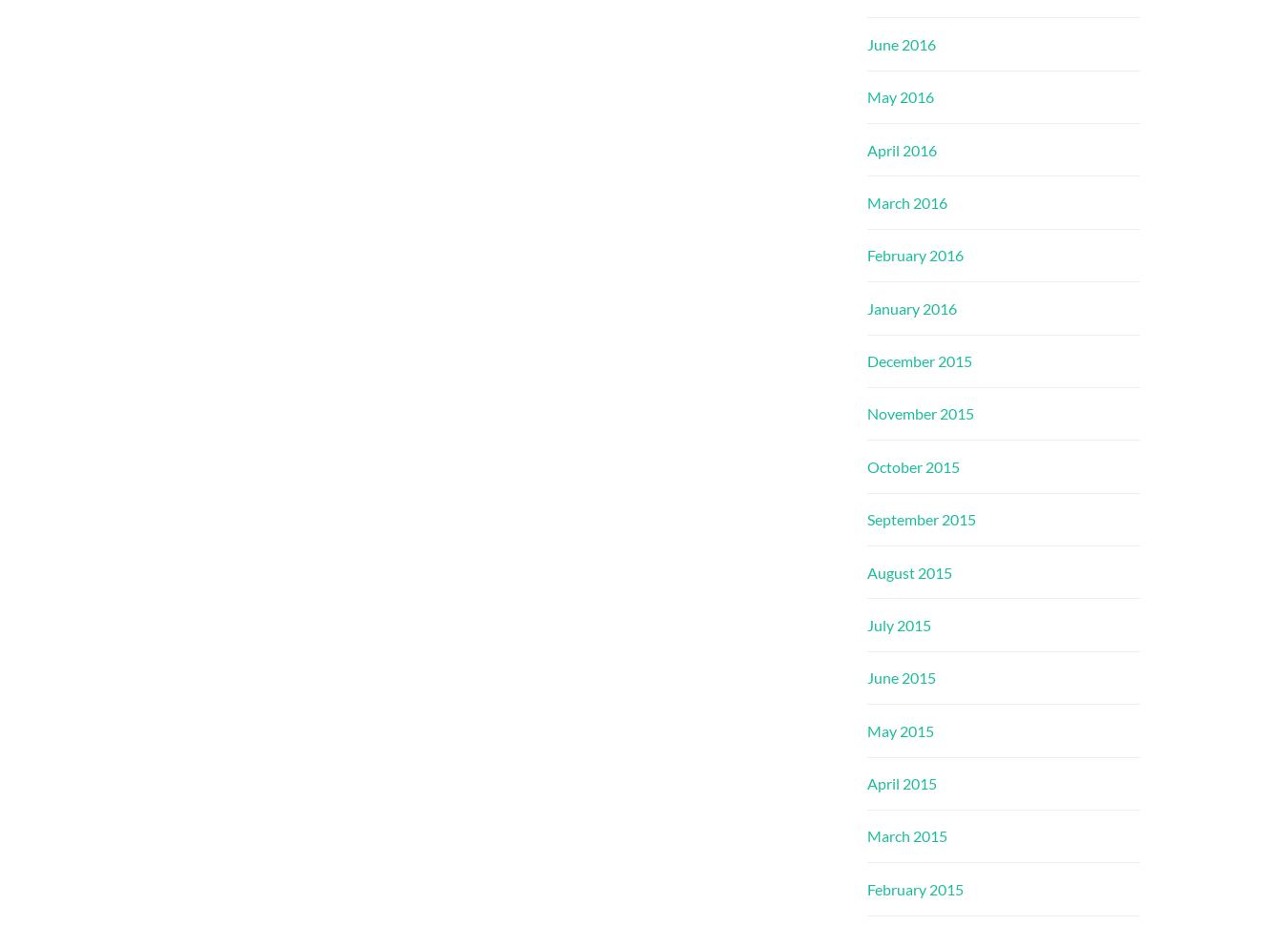 Image resolution: width=1288 pixels, height=925 pixels. I want to click on 'May 2015', so click(900, 729).